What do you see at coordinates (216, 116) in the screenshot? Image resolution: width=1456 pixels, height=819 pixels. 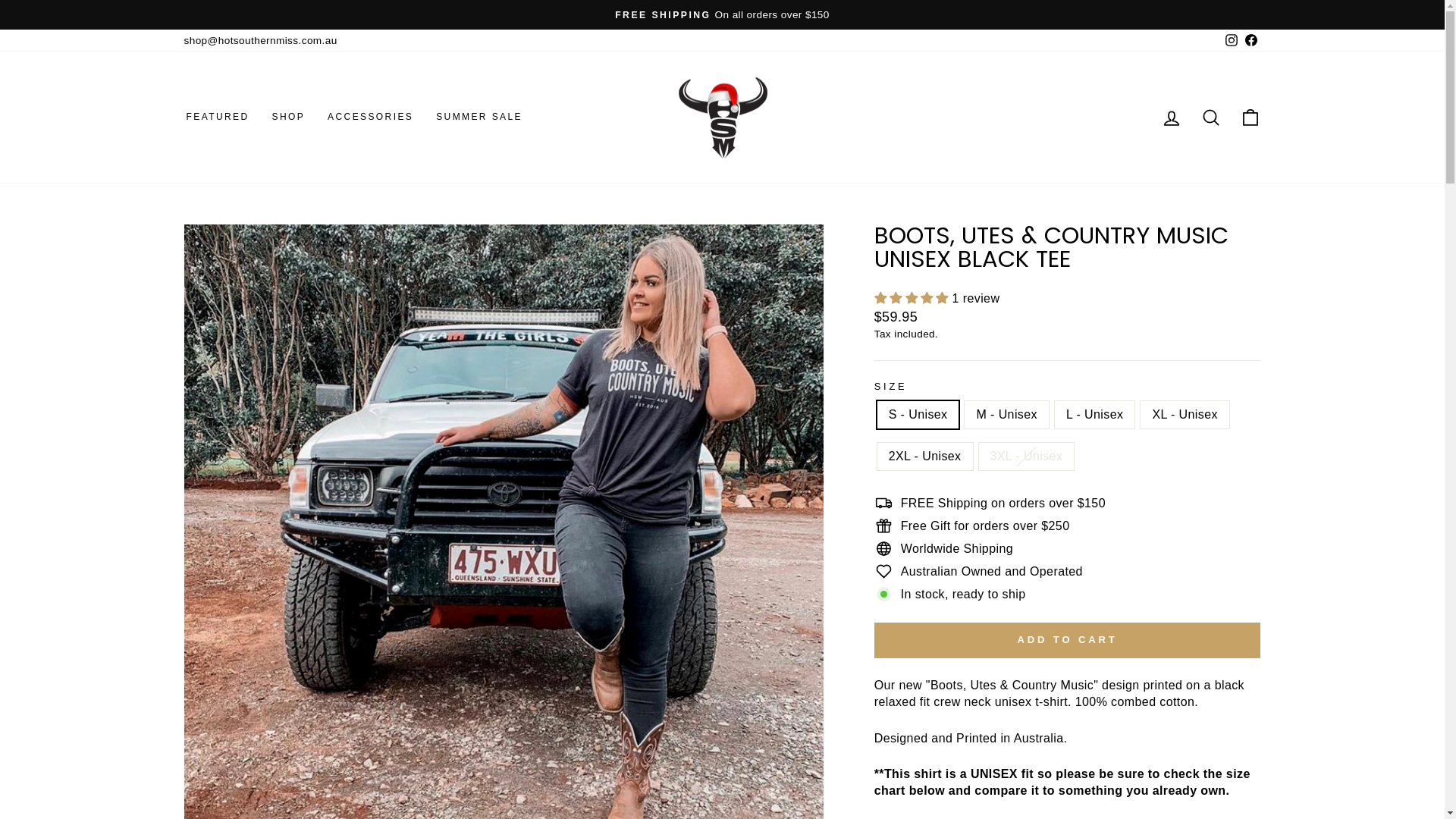 I see `'FEATURED'` at bounding box center [216, 116].